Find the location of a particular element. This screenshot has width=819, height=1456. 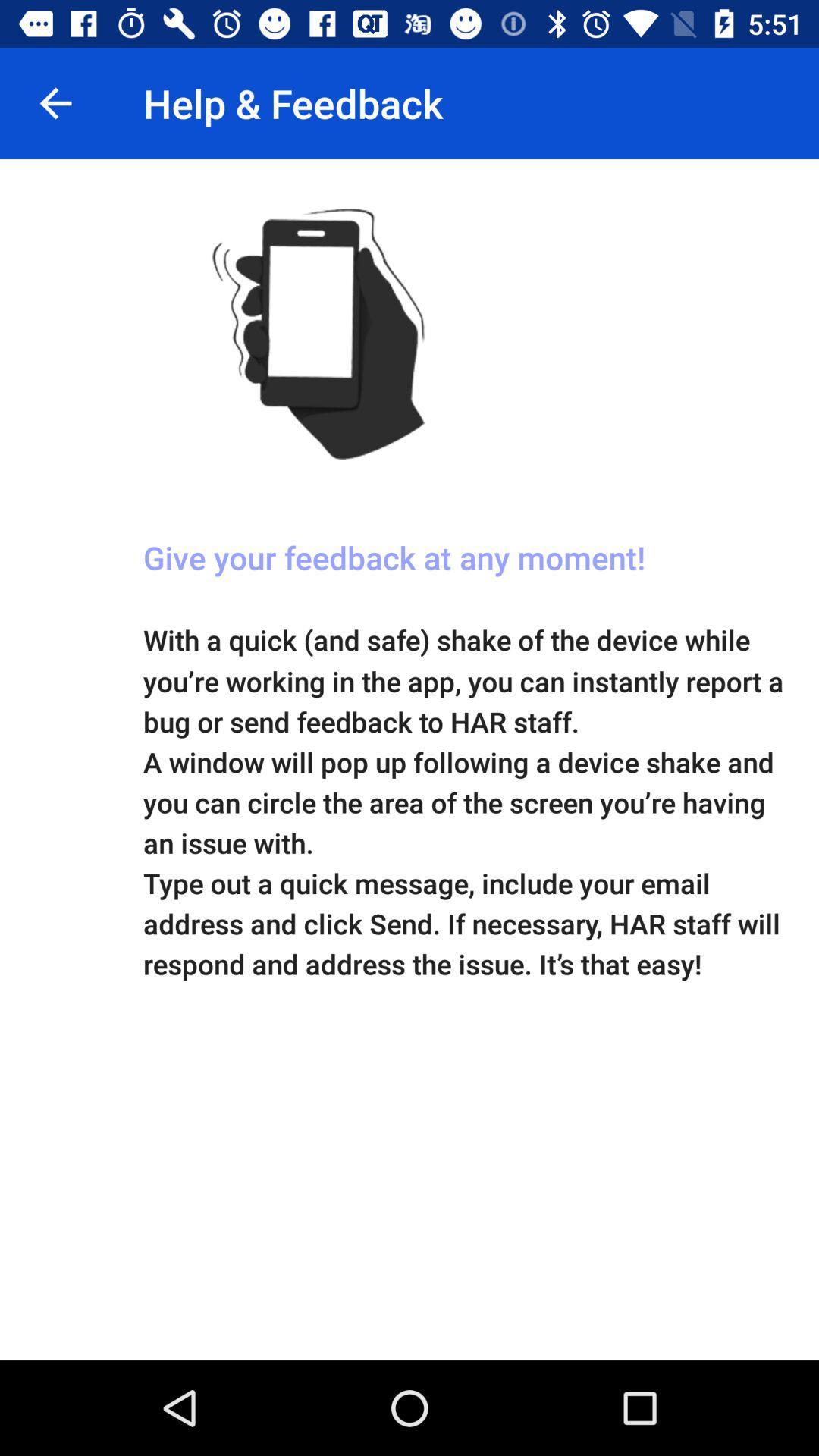

app next to the help & feedback item is located at coordinates (55, 102).